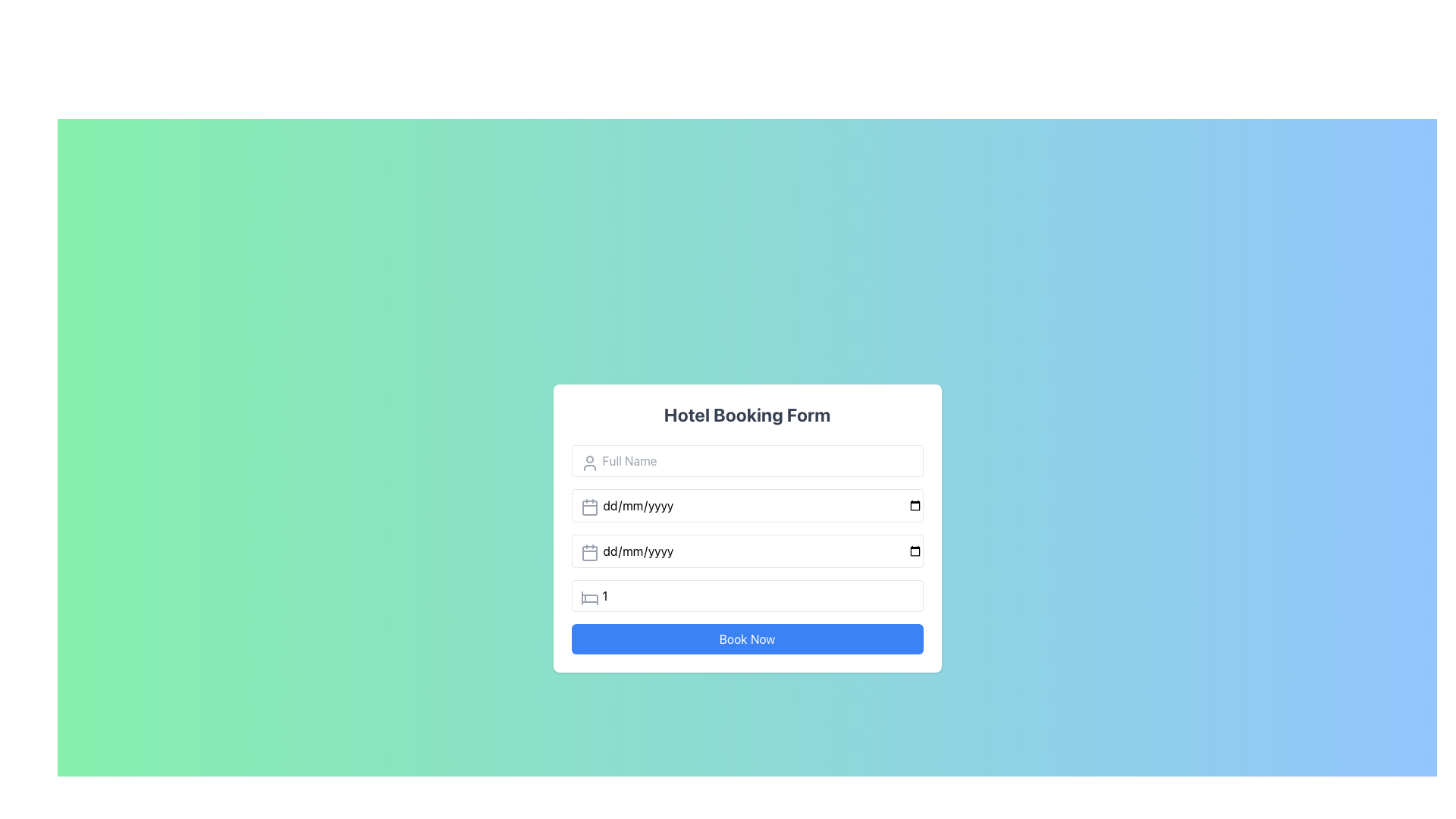 The image size is (1456, 819). I want to click on the calendar icon element, which is styled to resemble a calendar and is located immediately to the left of the date input field displaying 'dd/mm/yyyy', so click(588, 553).